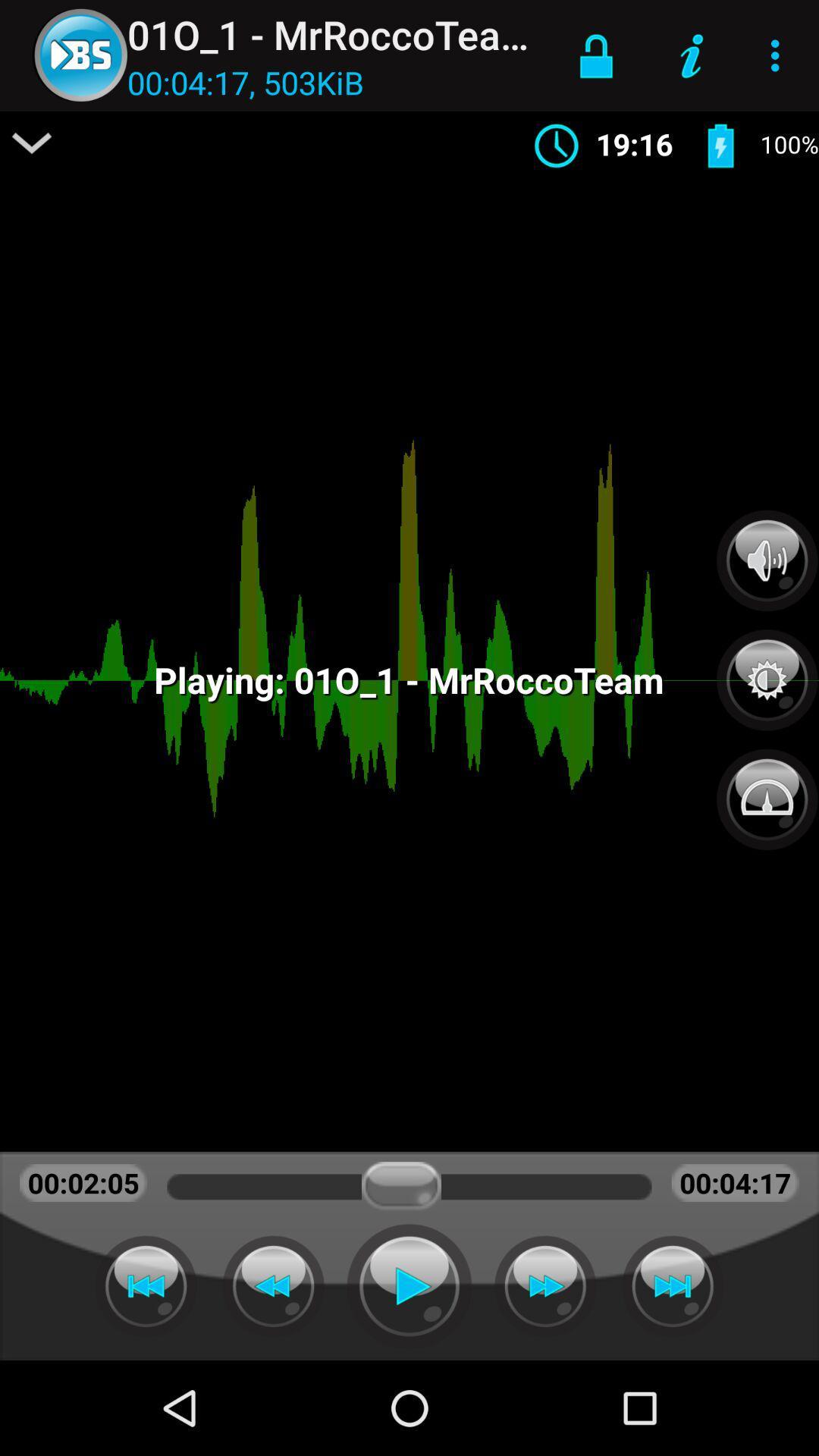 The image size is (819, 1456). What do you see at coordinates (32, 143) in the screenshot?
I see `item above 00:02:05 icon` at bounding box center [32, 143].